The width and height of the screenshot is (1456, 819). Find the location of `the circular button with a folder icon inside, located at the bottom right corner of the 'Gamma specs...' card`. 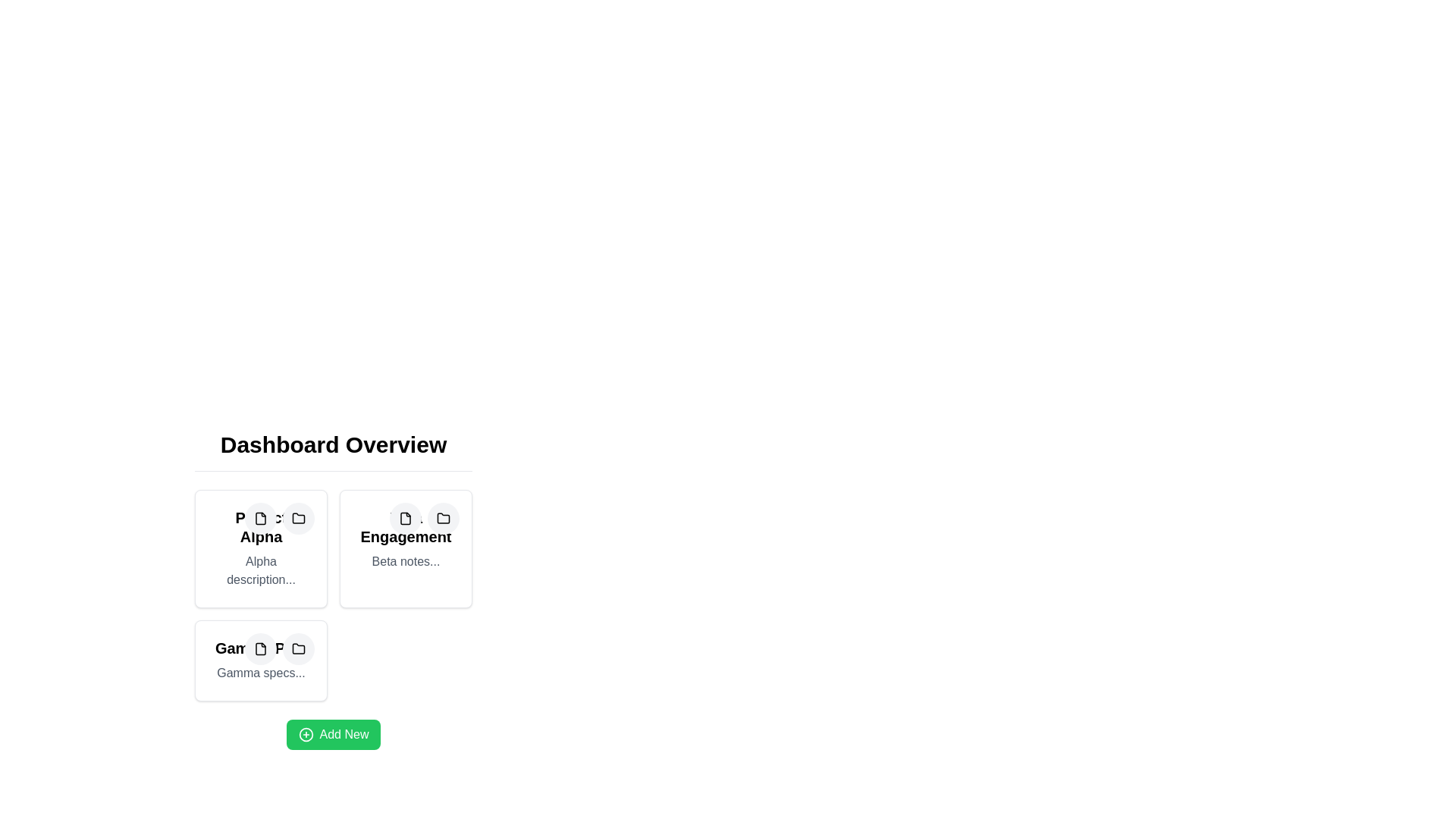

the circular button with a folder icon inside, located at the bottom right corner of the 'Gamma specs...' card is located at coordinates (298, 648).